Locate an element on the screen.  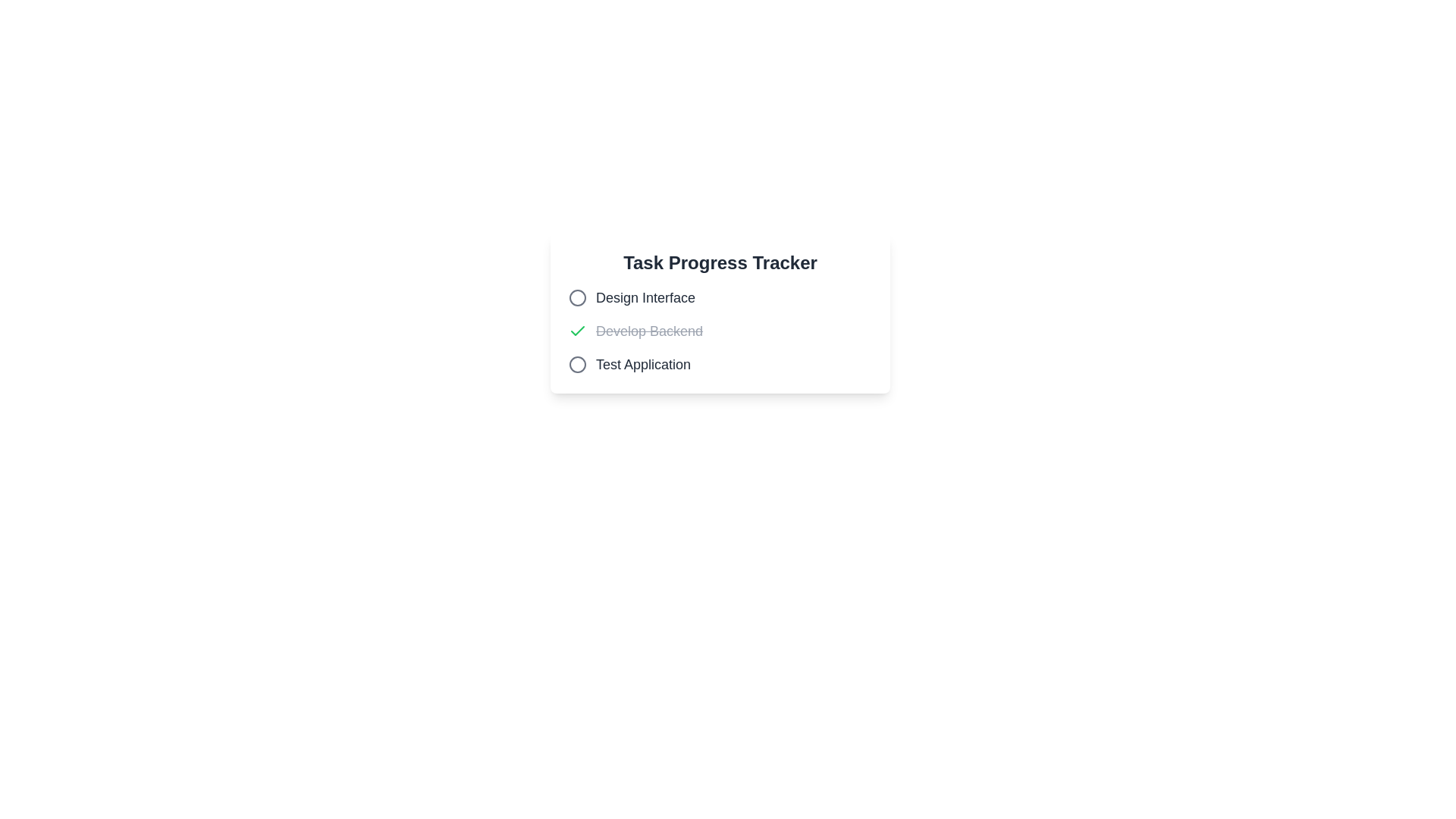
the SVG circle element that visually represents the progress or status of the associated task in the 'Task Progress Tracker' box, located at the top-left position aligned with the 'Design Interface' label is located at coordinates (577, 298).